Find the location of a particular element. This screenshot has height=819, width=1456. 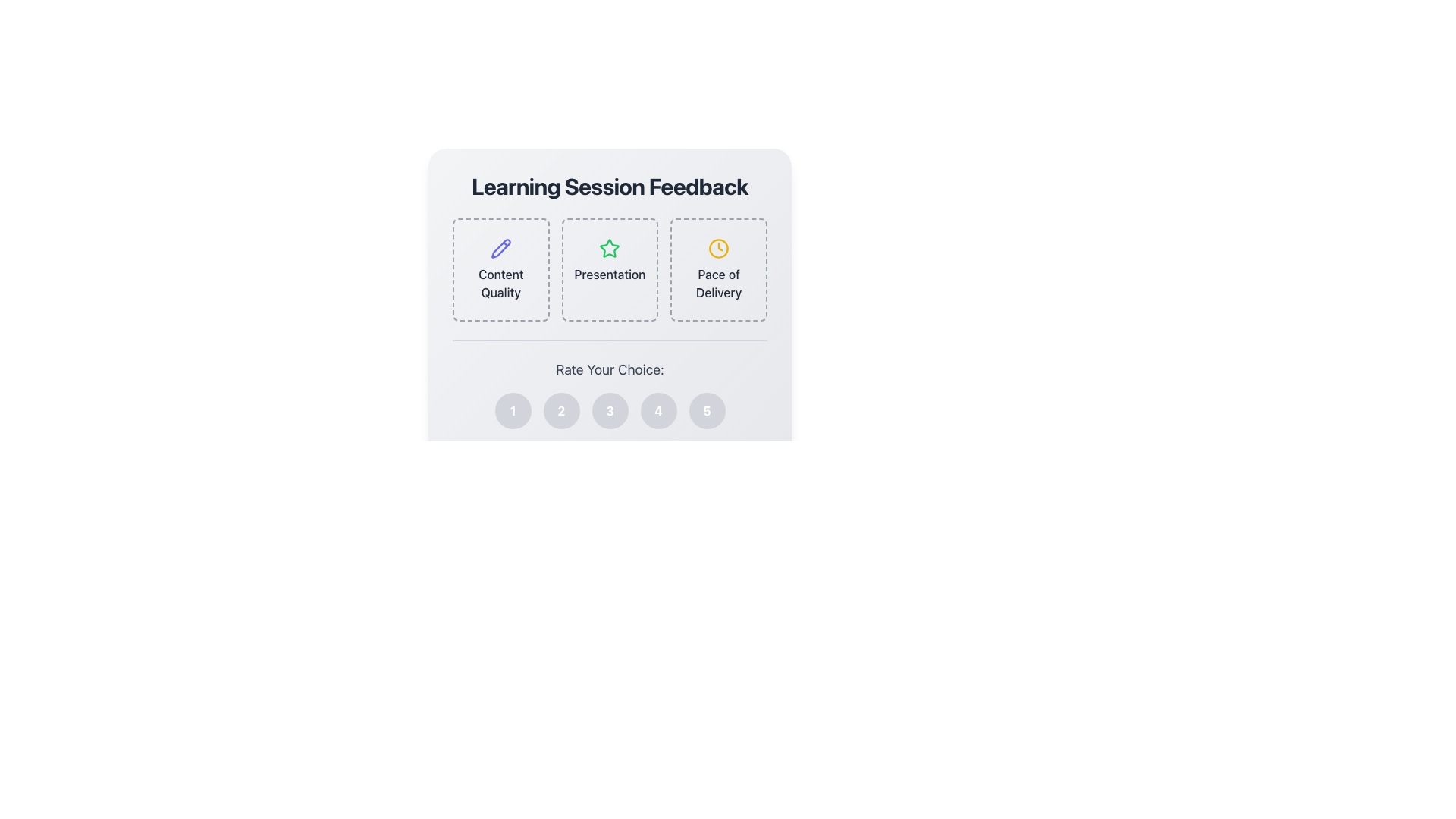

the text label that prompts 'Rate Your Choice:' which is styled in gray and positioned above the circular buttons numbered 1 to 5 is located at coordinates (610, 369).